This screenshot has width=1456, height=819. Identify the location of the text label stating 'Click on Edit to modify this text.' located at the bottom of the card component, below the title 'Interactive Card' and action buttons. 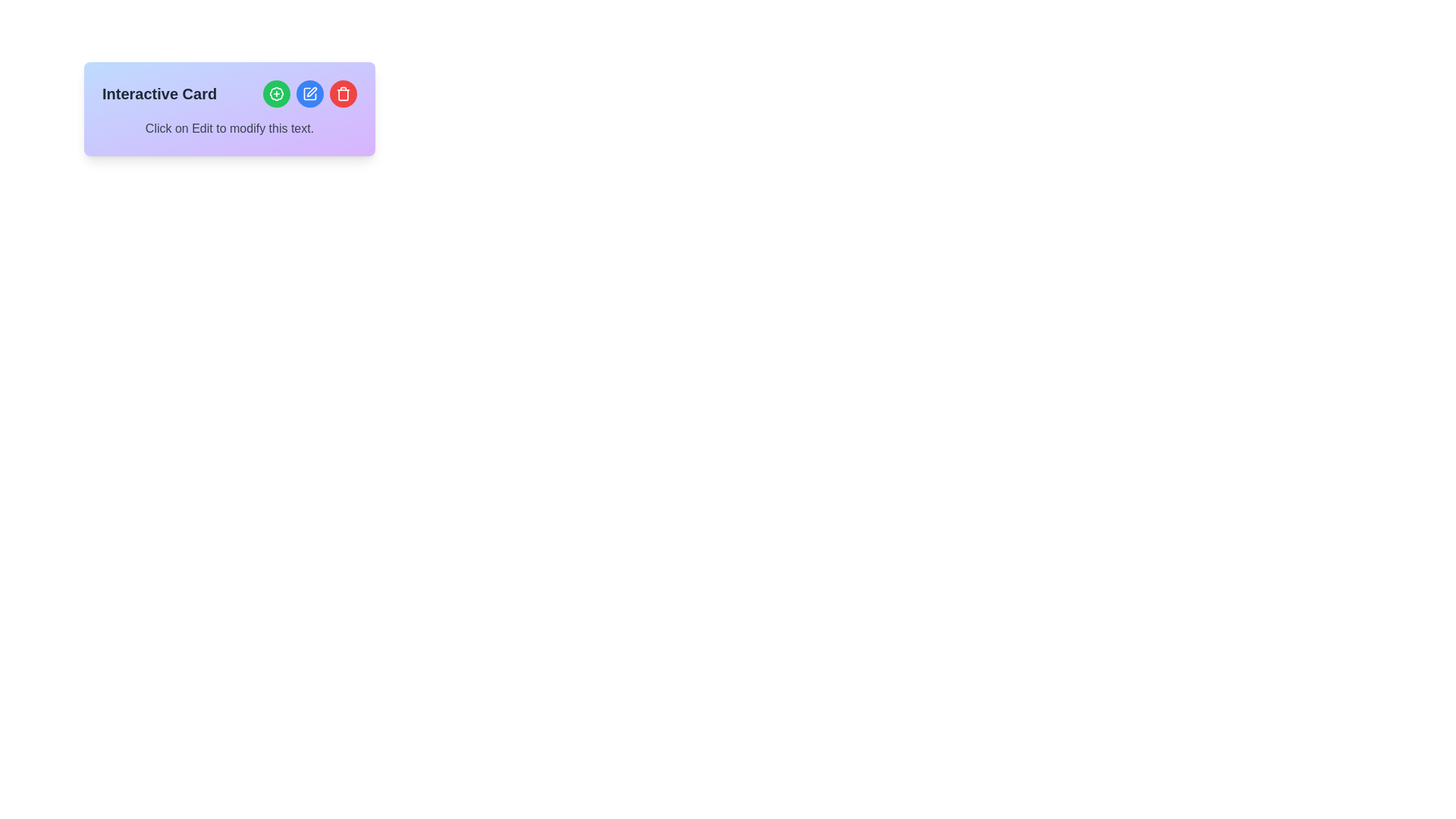
(228, 127).